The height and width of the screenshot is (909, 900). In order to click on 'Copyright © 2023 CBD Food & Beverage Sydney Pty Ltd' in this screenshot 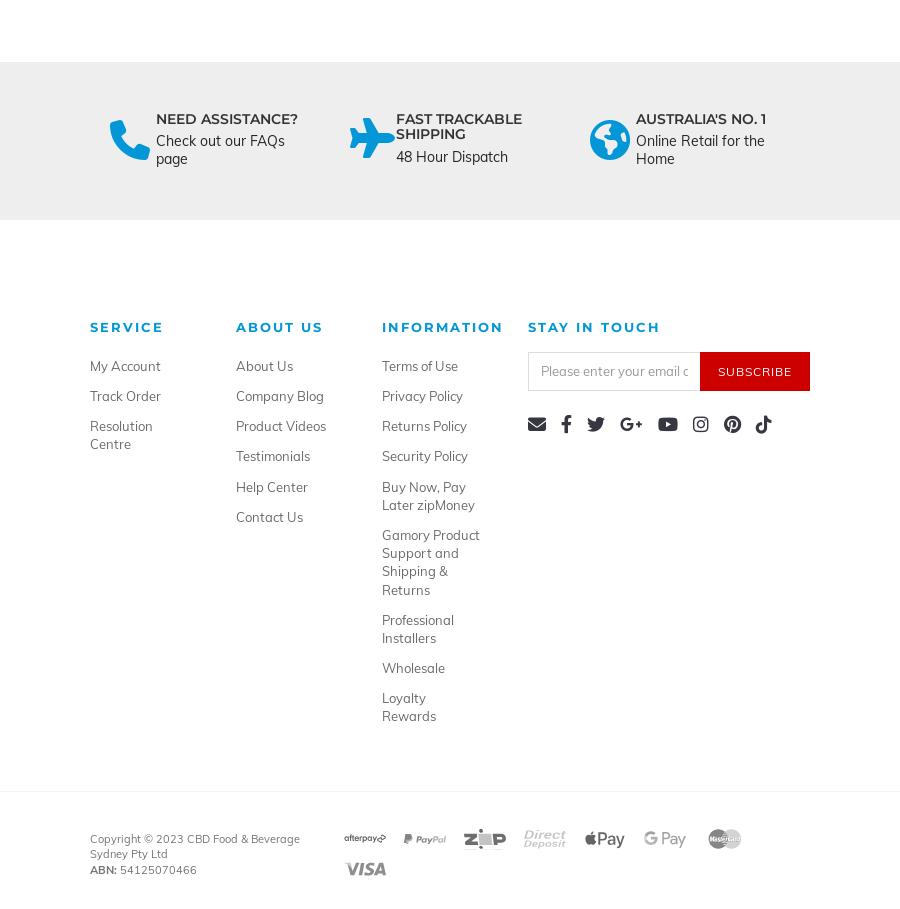, I will do `click(89, 845)`.